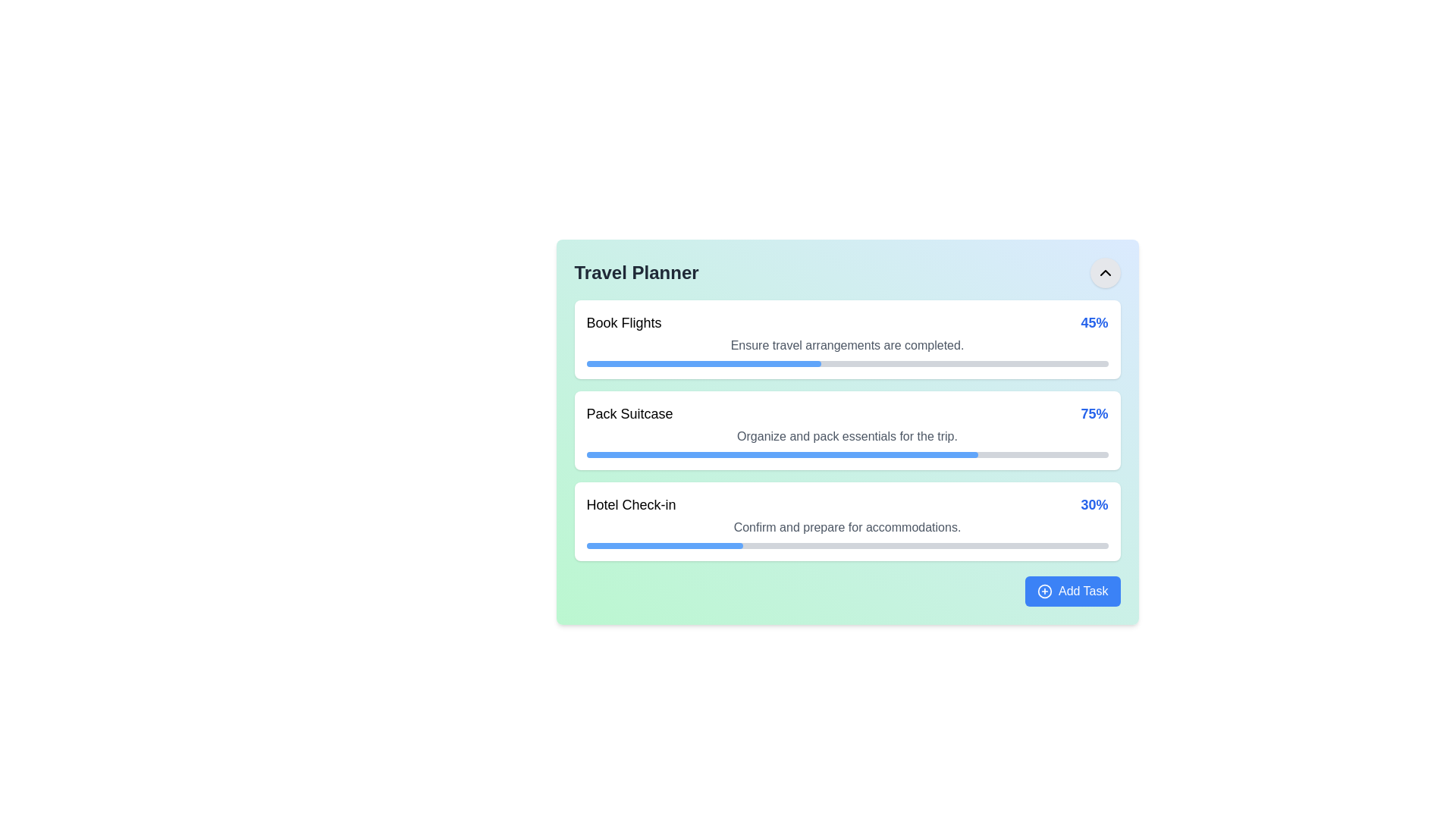 Image resolution: width=1456 pixels, height=819 pixels. Describe the element at coordinates (1094, 322) in the screenshot. I see `the Text Label displaying '45%' in bold blue font, positioned to the right of 'Book Flights'` at that location.